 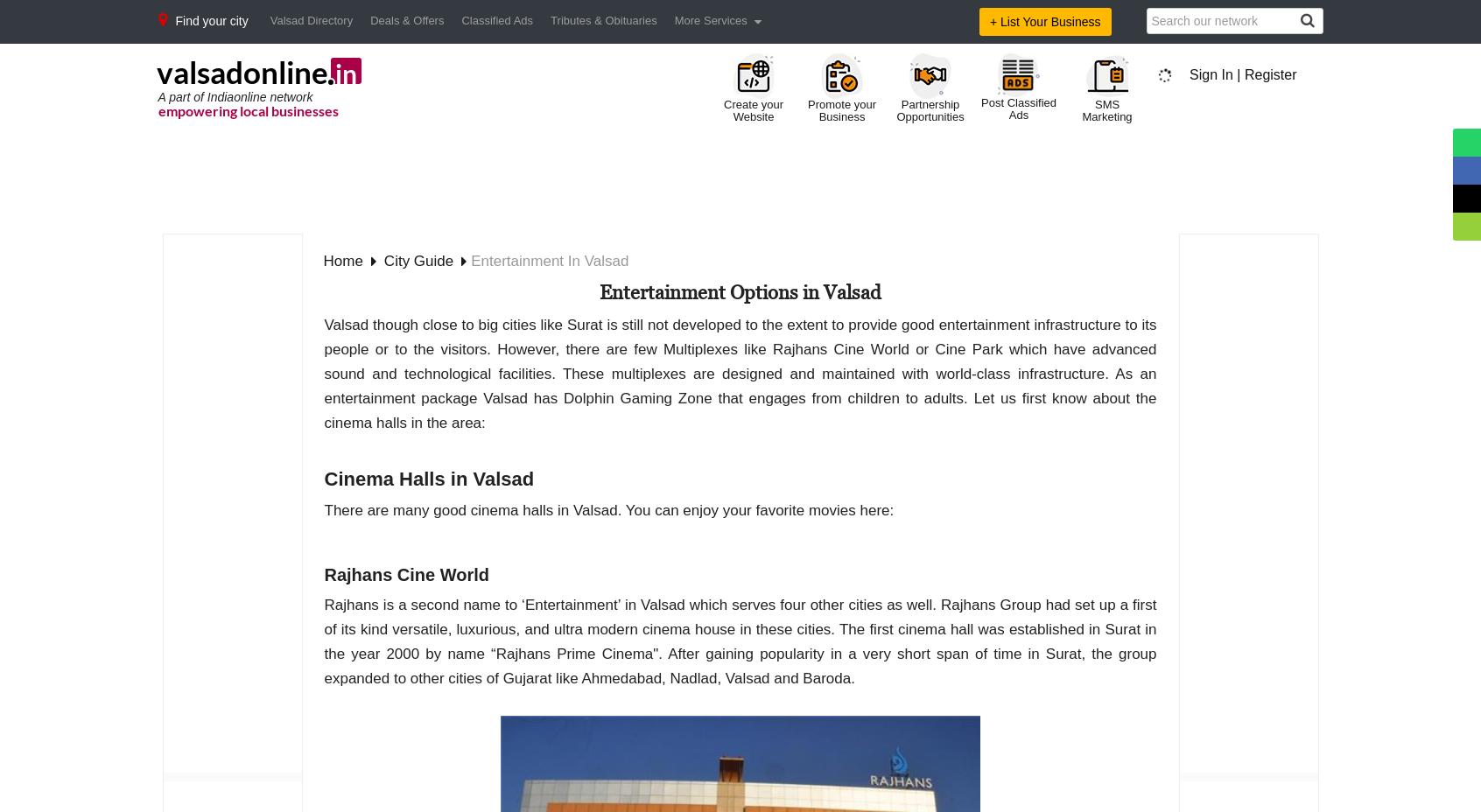 I want to click on '+ List Your Business', so click(x=988, y=20).